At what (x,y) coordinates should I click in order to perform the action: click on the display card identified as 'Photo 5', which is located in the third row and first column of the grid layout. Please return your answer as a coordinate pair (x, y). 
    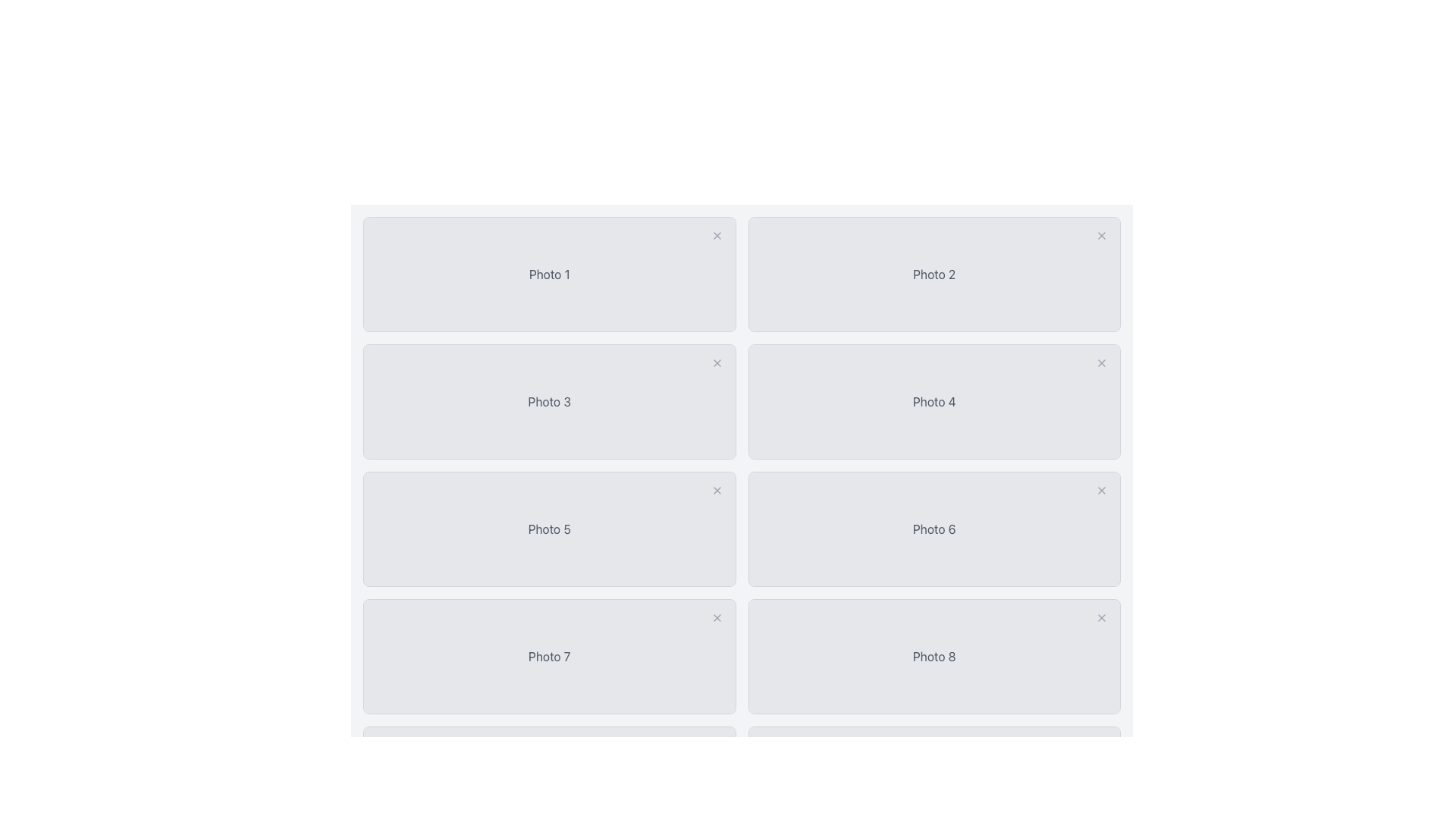
    Looking at the image, I should click on (548, 529).